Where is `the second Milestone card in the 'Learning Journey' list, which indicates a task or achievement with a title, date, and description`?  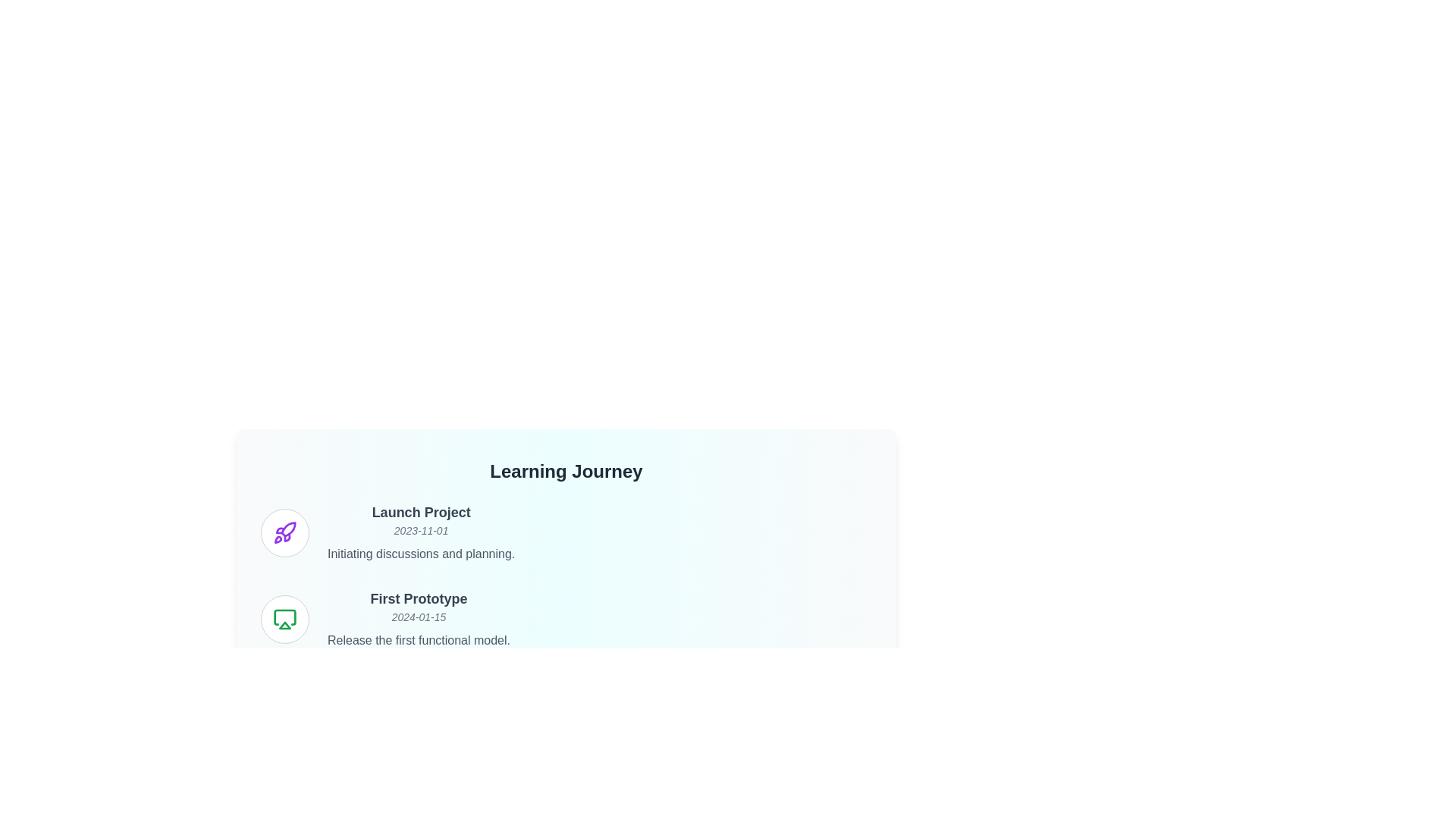 the second Milestone card in the 'Learning Journey' list, which indicates a task or achievement with a title, date, and description is located at coordinates (566, 620).